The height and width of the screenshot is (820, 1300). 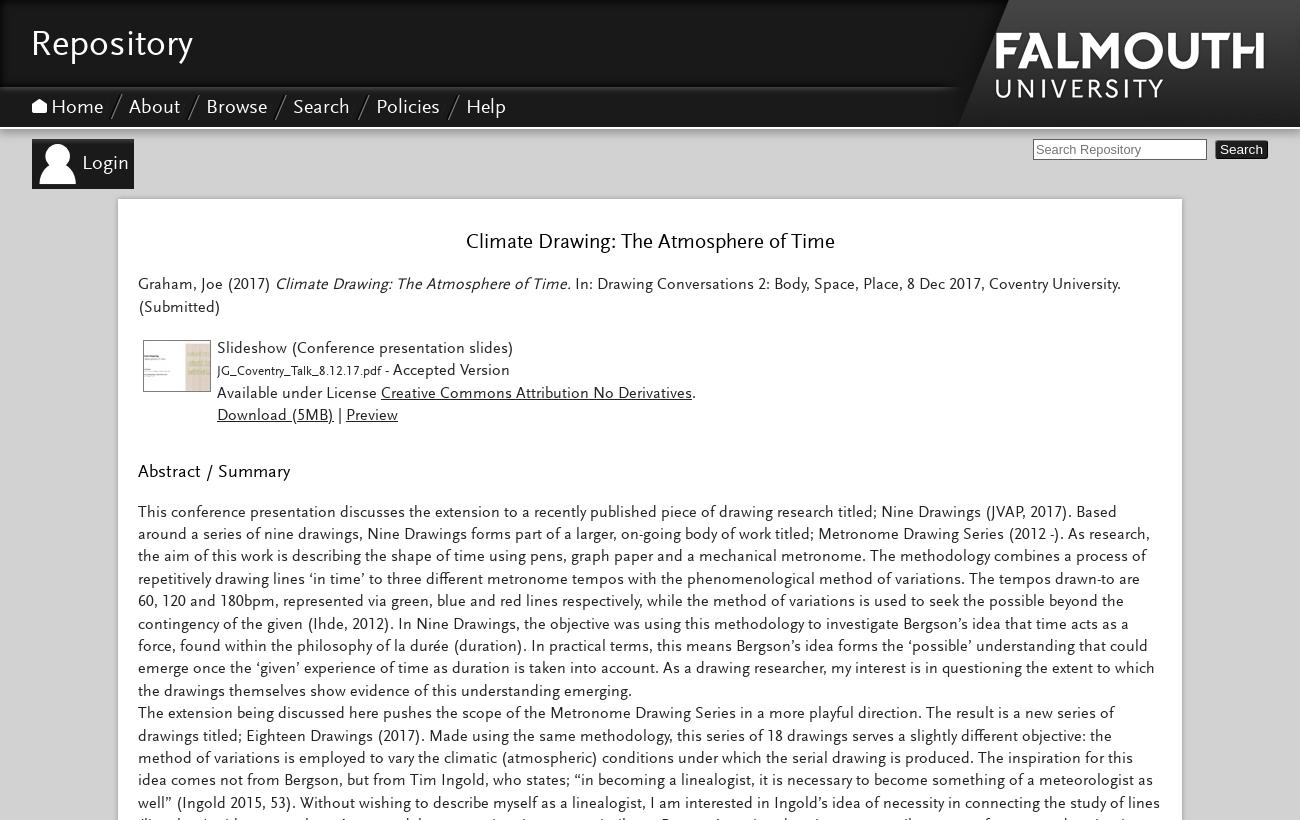 What do you see at coordinates (110, 45) in the screenshot?
I see `'Repository'` at bounding box center [110, 45].